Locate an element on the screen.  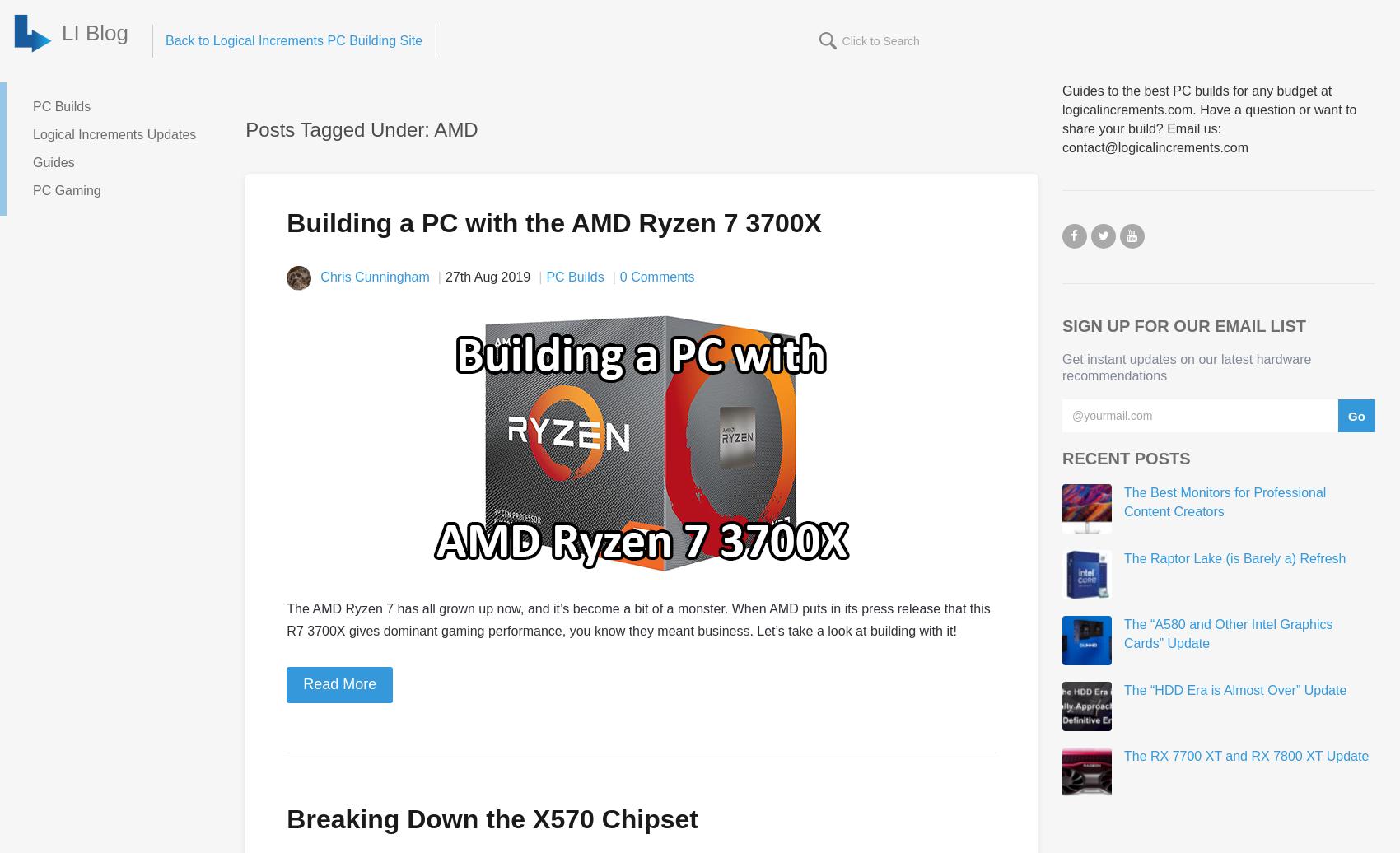
'Breaking Down the X570 Chipset' is located at coordinates (492, 818).